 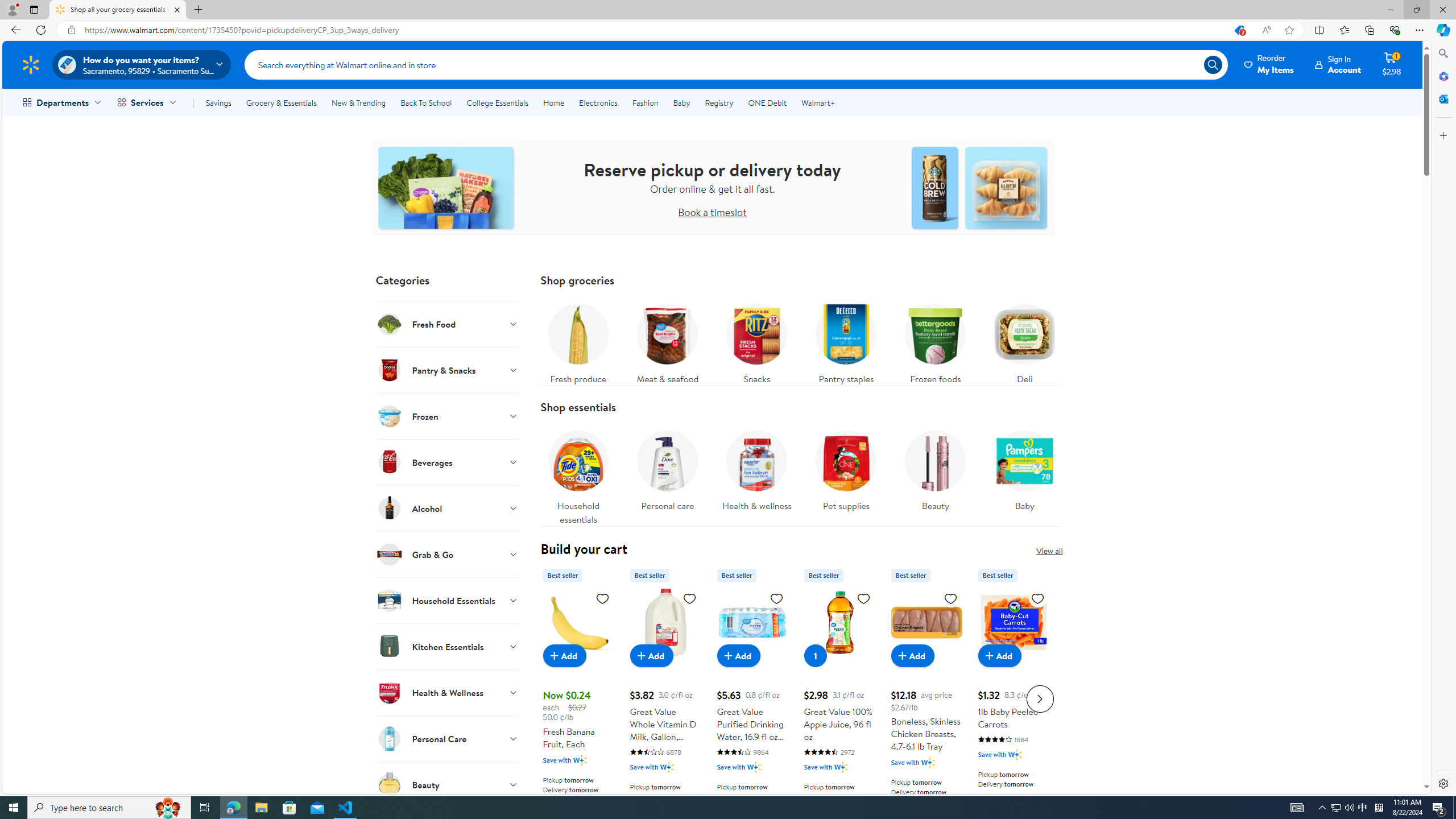 What do you see at coordinates (667, 340) in the screenshot?
I see `'Meat & seafood'` at bounding box center [667, 340].